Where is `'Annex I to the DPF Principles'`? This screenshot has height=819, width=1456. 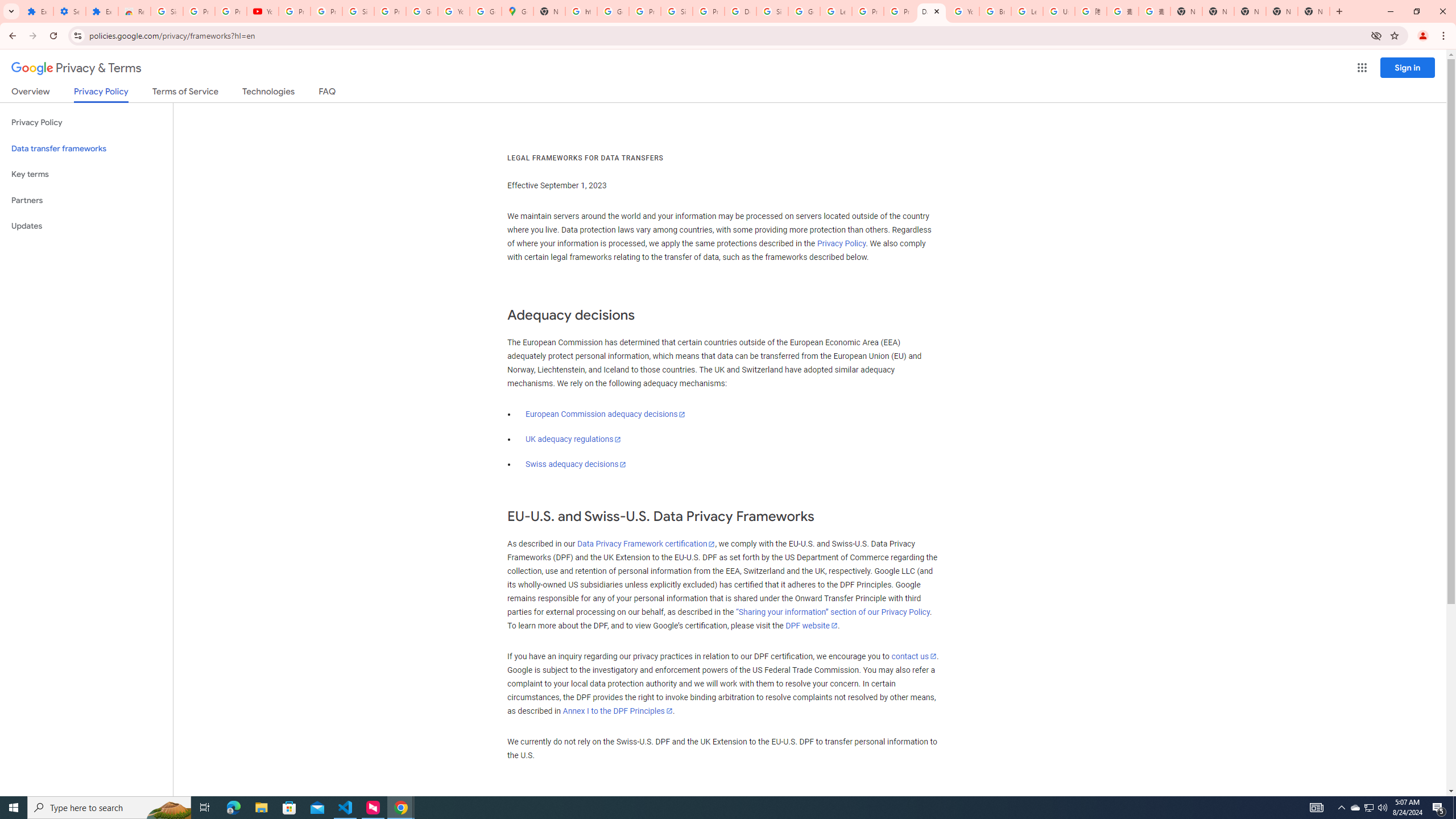 'Annex I to the DPF Principles' is located at coordinates (617, 710).